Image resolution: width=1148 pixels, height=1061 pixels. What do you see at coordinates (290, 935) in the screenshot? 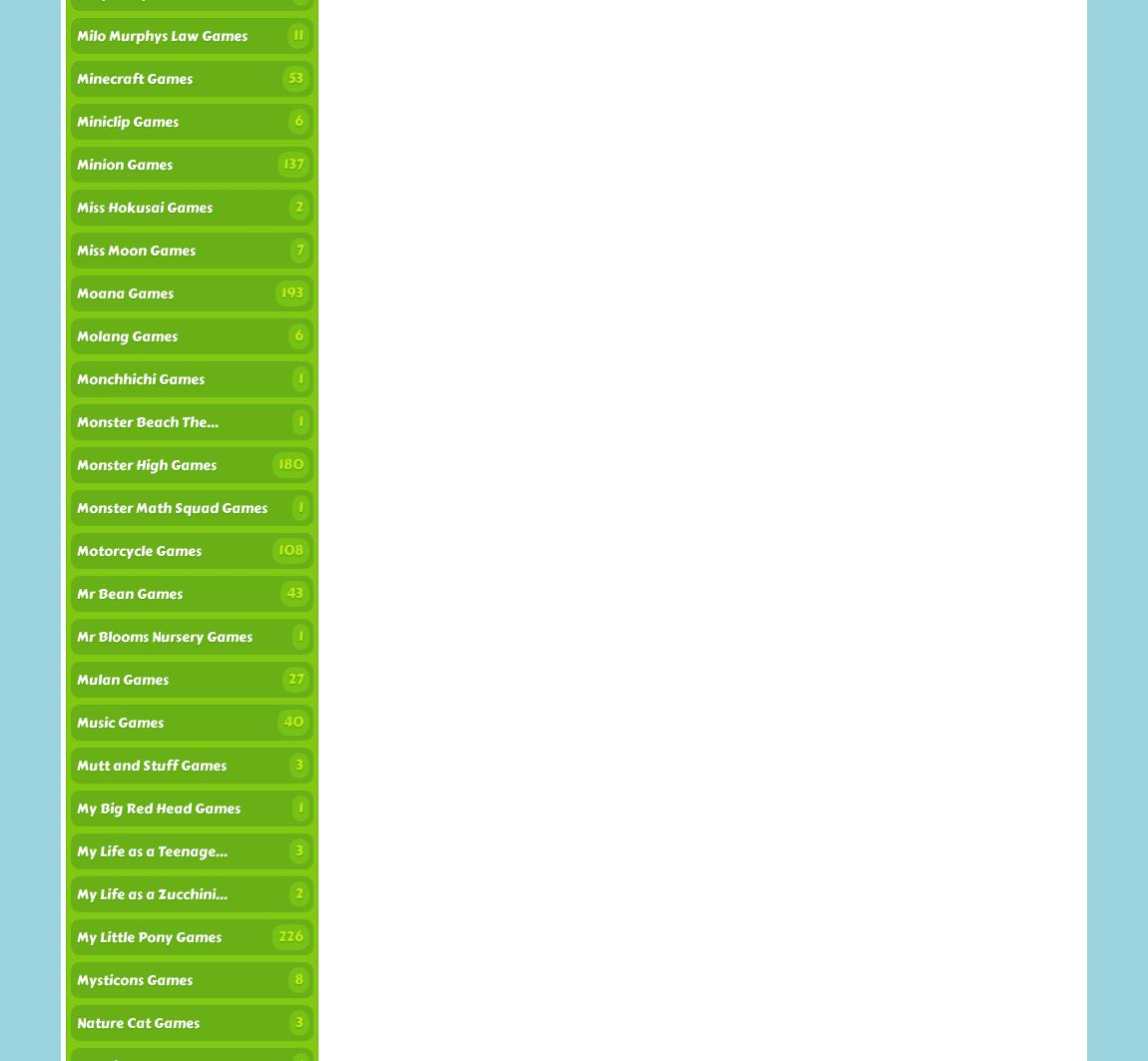
I see `'226'` at bounding box center [290, 935].